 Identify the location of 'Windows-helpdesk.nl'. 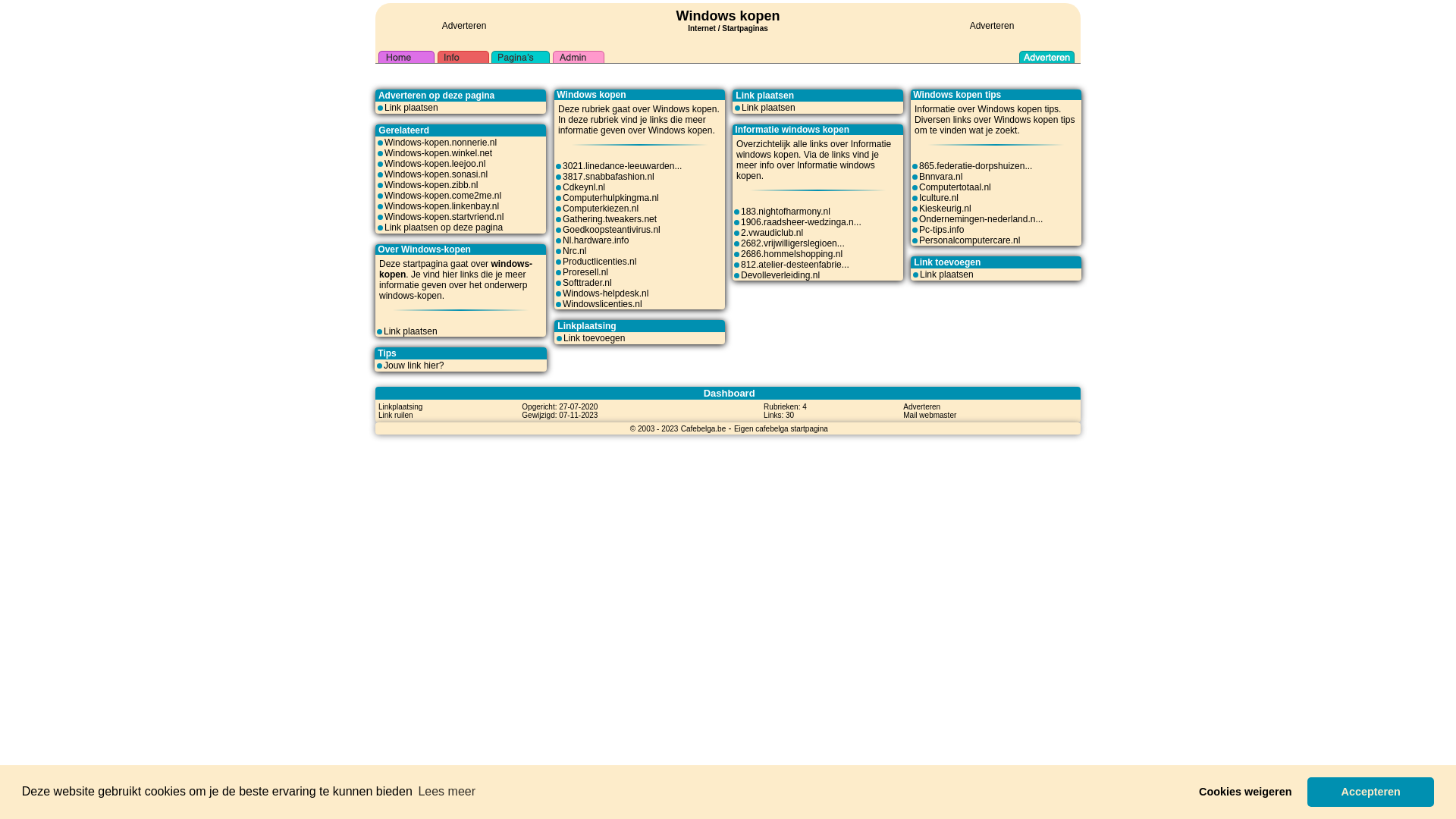
(604, 293).